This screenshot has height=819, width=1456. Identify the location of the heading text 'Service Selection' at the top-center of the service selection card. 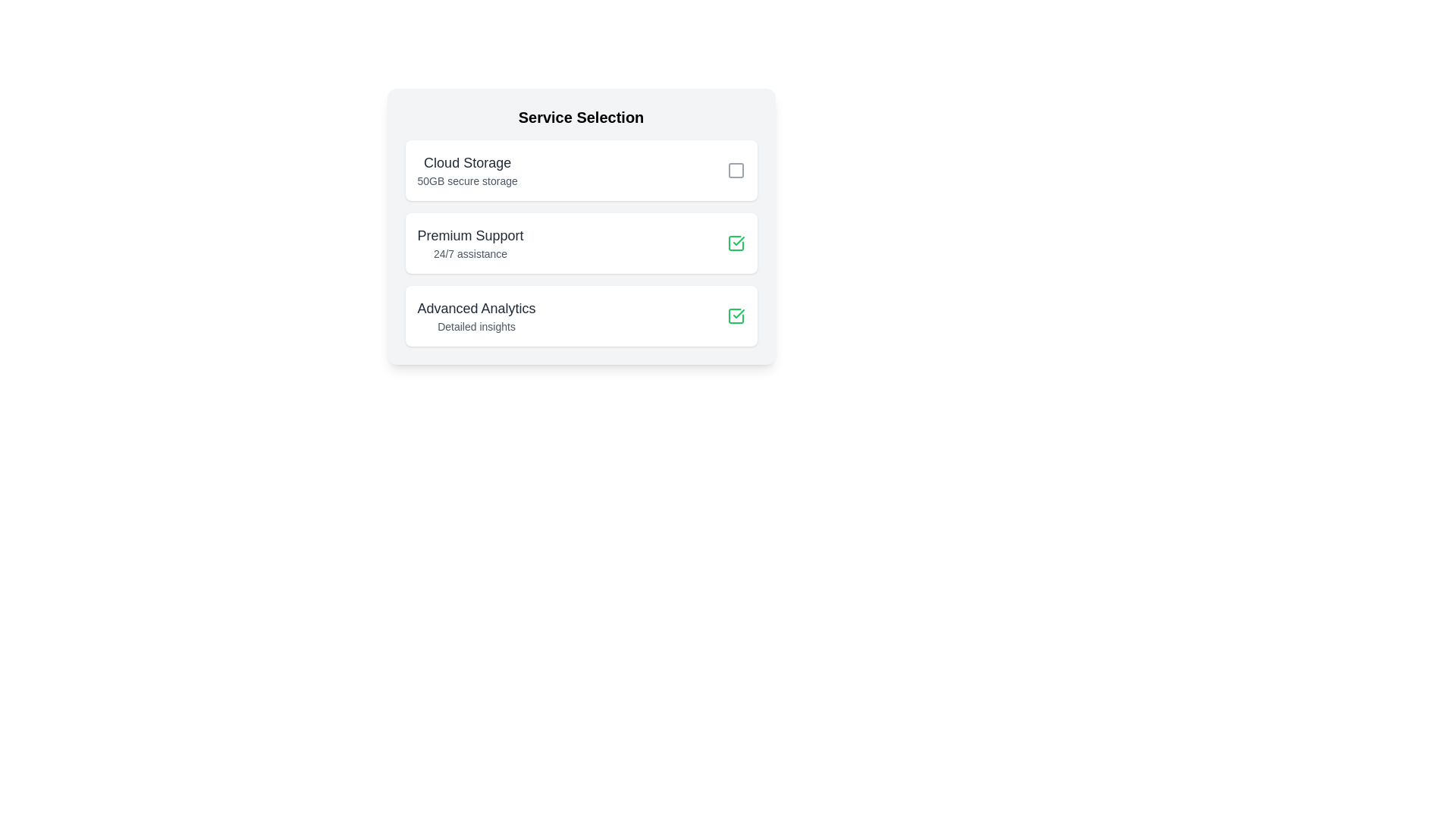
(580, 116).